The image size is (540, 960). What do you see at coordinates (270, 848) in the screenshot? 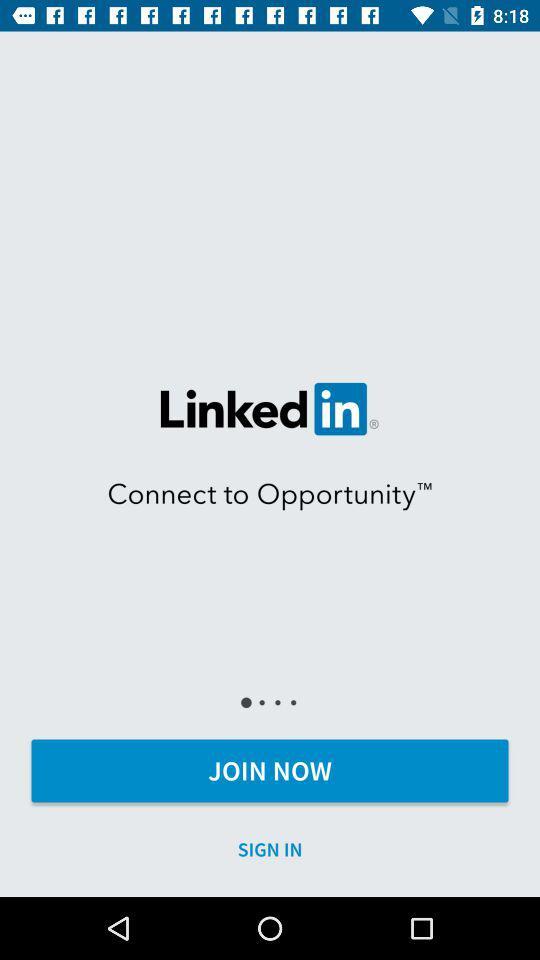
I see `icon below the join now` at bounding box center [270, 848].